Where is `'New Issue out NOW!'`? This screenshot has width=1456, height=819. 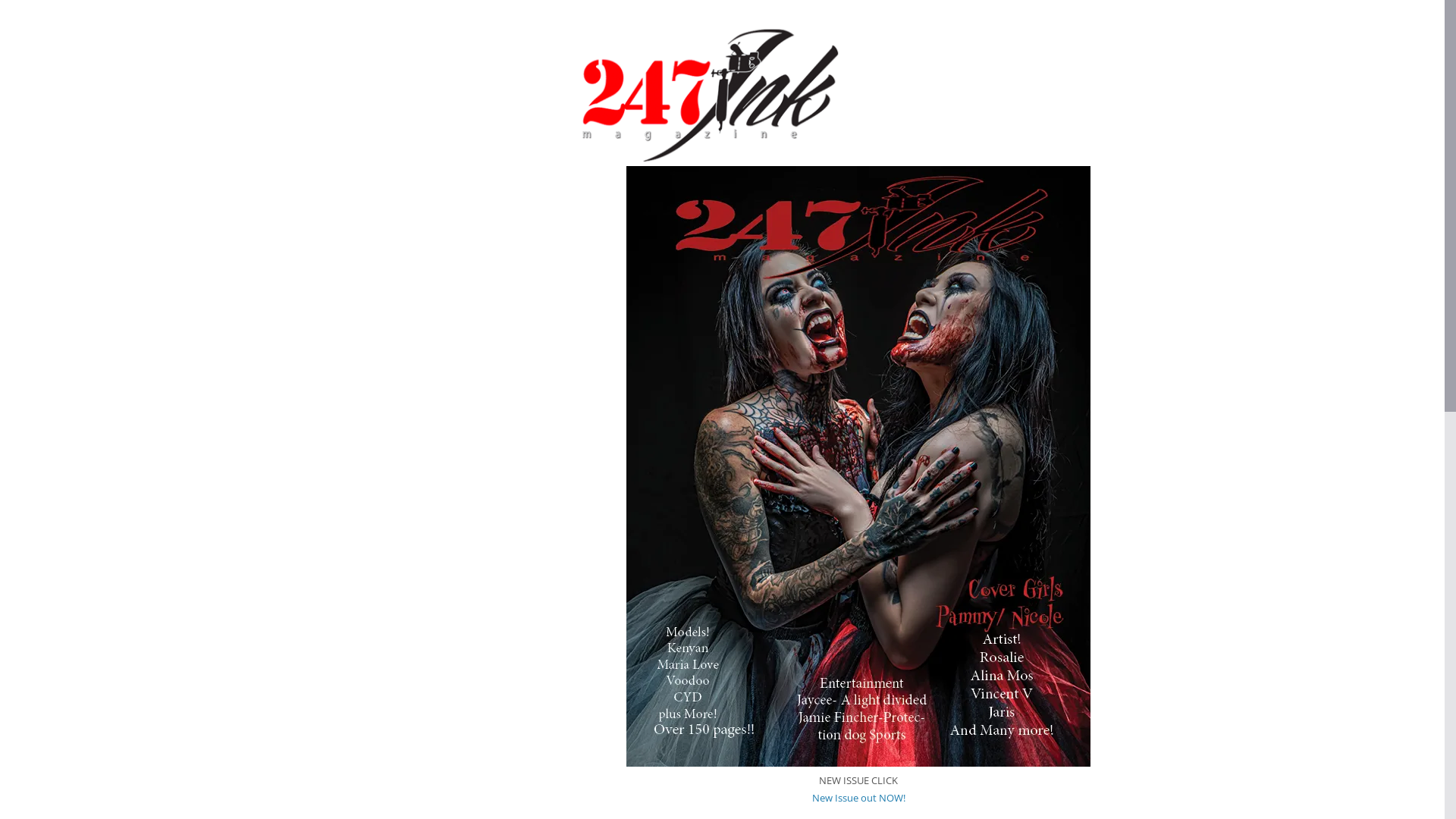
'New Issue out NOW!' is located at coordinates (858, 797).